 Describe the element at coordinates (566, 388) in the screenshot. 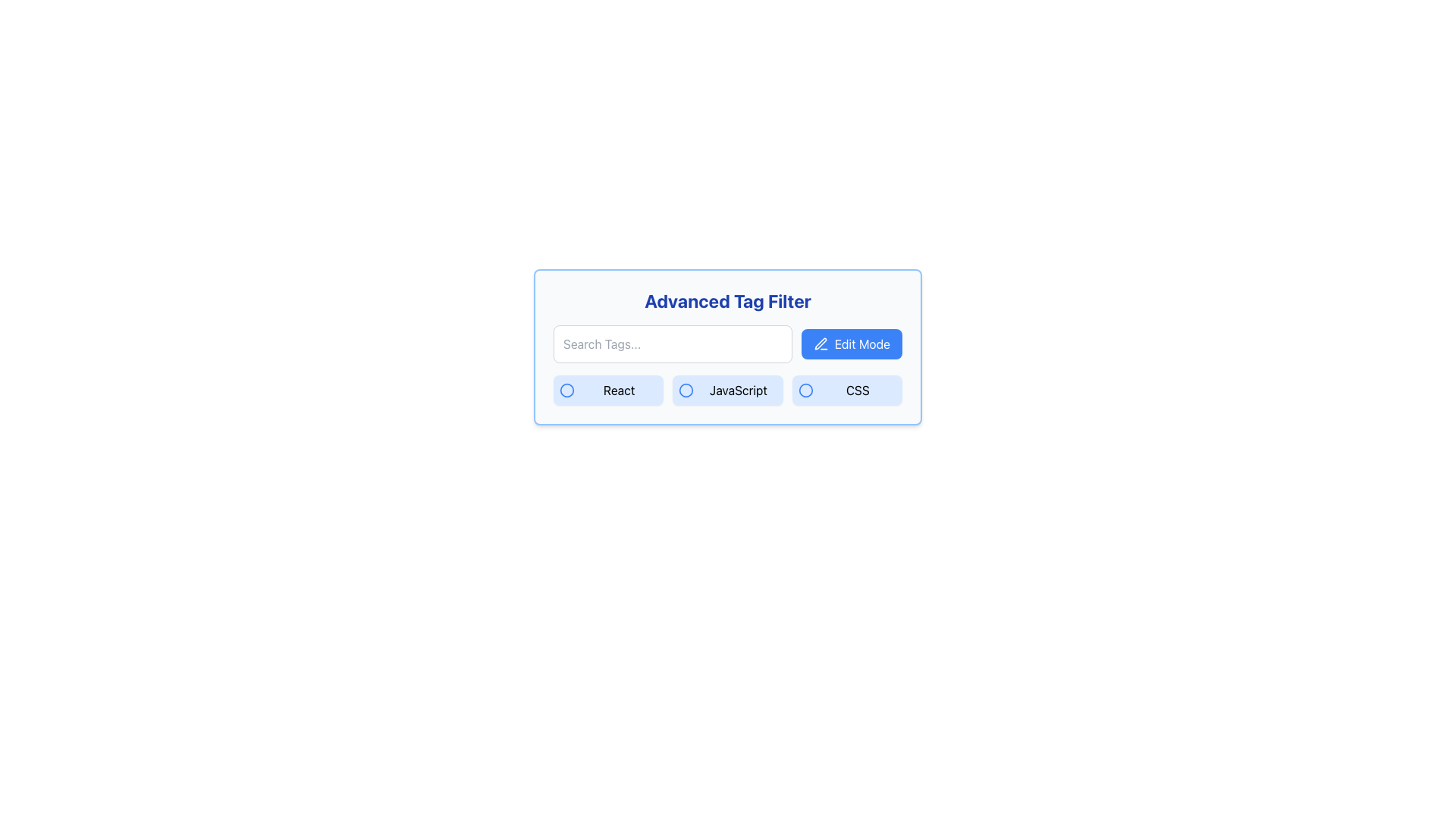

I see `the Circle graphic element that visually represents the React button, providing users with an additional visual cue for interaction` at that location.